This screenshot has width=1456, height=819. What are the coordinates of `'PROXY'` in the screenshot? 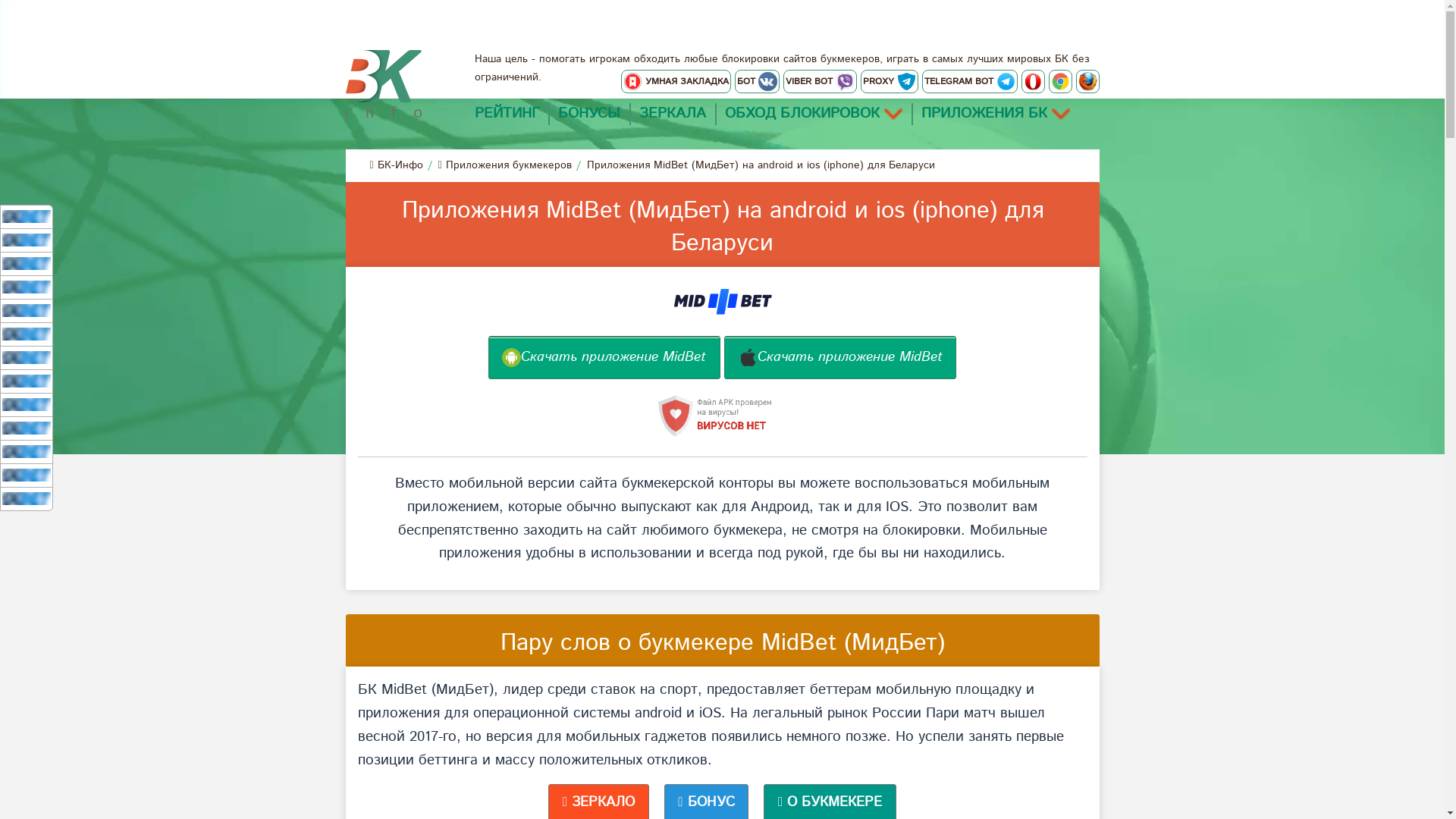 It's located at (888, 81).